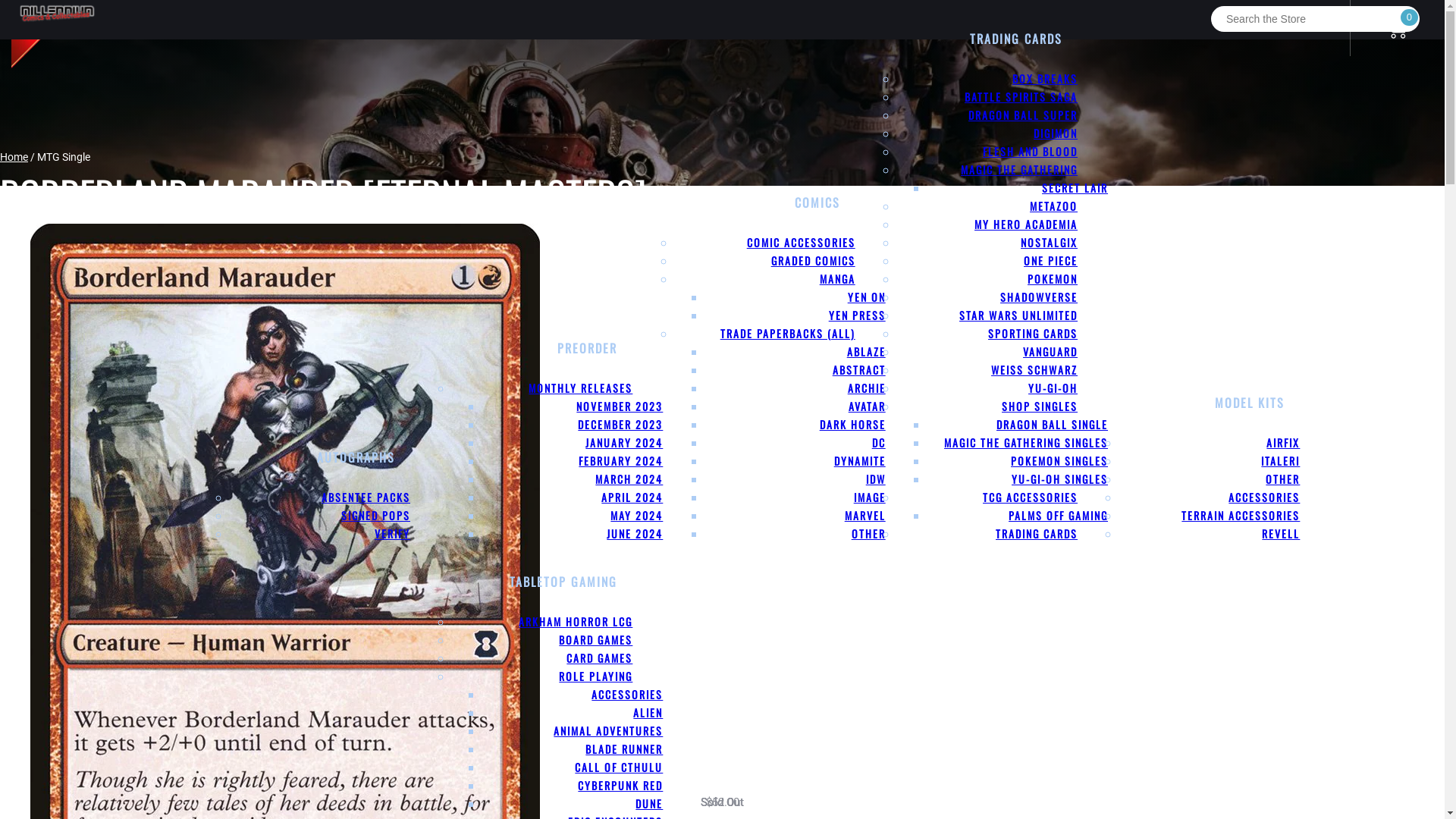 The height and width of the screenshot is (819, 1456). What do you see at coordinates (812, 259) in the screenshot?
I see `'GRADED COMICS'` at bounding box center [812, 259].